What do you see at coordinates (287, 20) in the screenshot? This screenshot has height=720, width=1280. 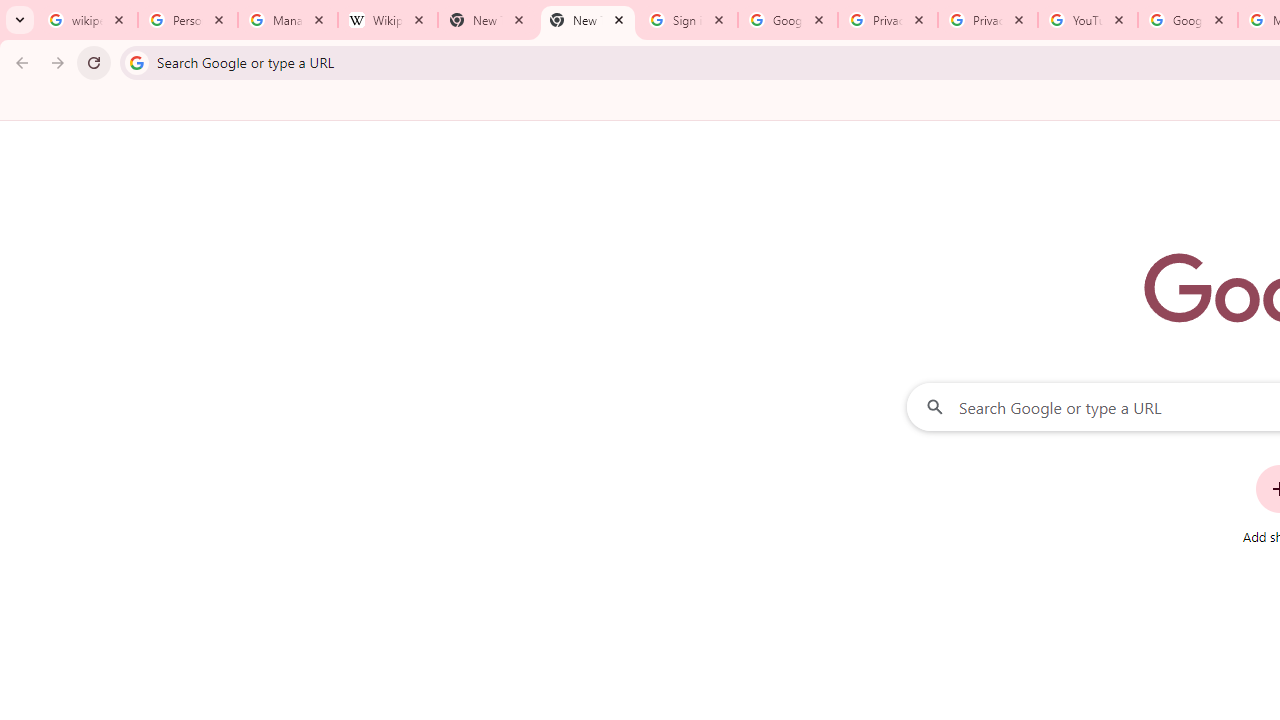 I see `'Manage your Location History - Google Search Help'` at bounding box center [287, 20].